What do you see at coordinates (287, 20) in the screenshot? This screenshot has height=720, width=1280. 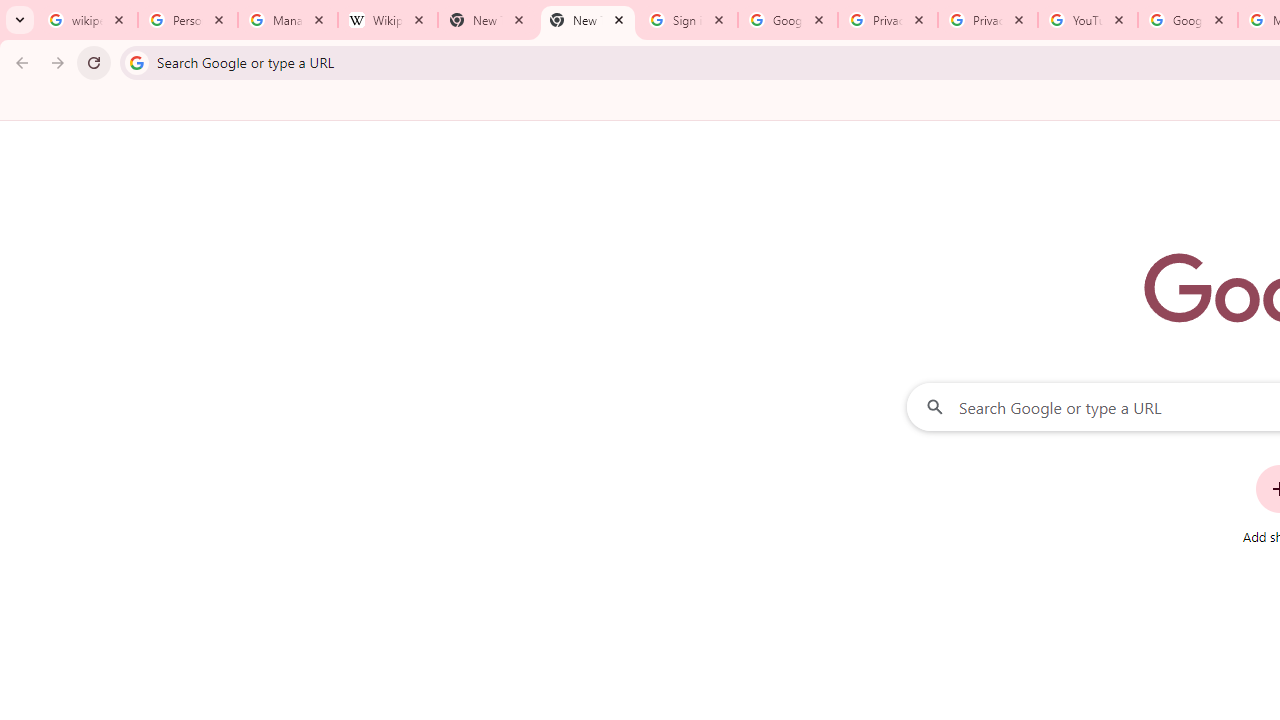 I see `'Manage your Location History - Google Search Help'` at bounding box center [287, 20].